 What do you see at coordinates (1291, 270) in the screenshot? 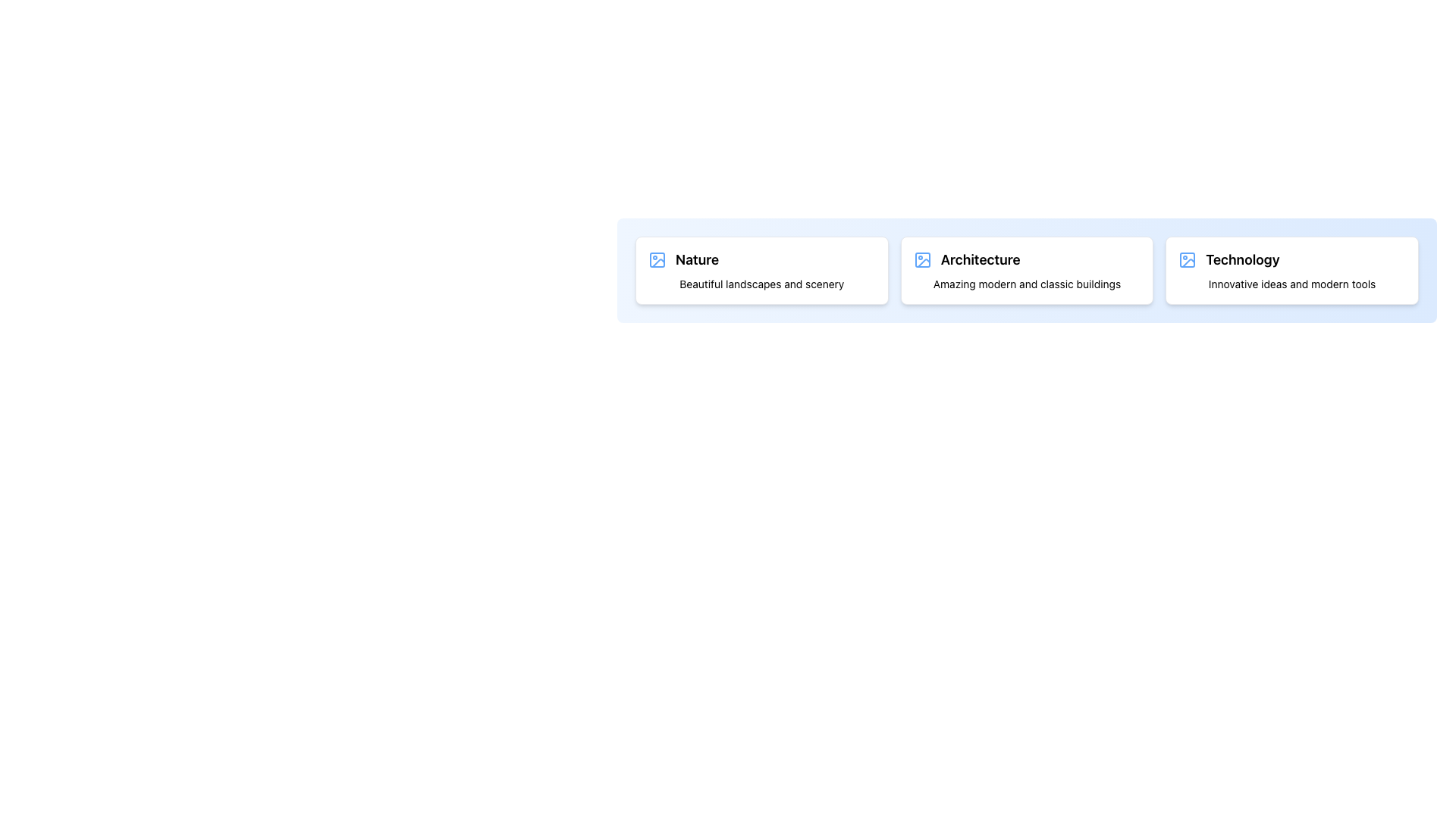
I see `the card titled 'Technology' which is the third card in a grid layout, featuring a blue icon and bold text 'Technology' with a description below` at bounding box center [1291, 270].